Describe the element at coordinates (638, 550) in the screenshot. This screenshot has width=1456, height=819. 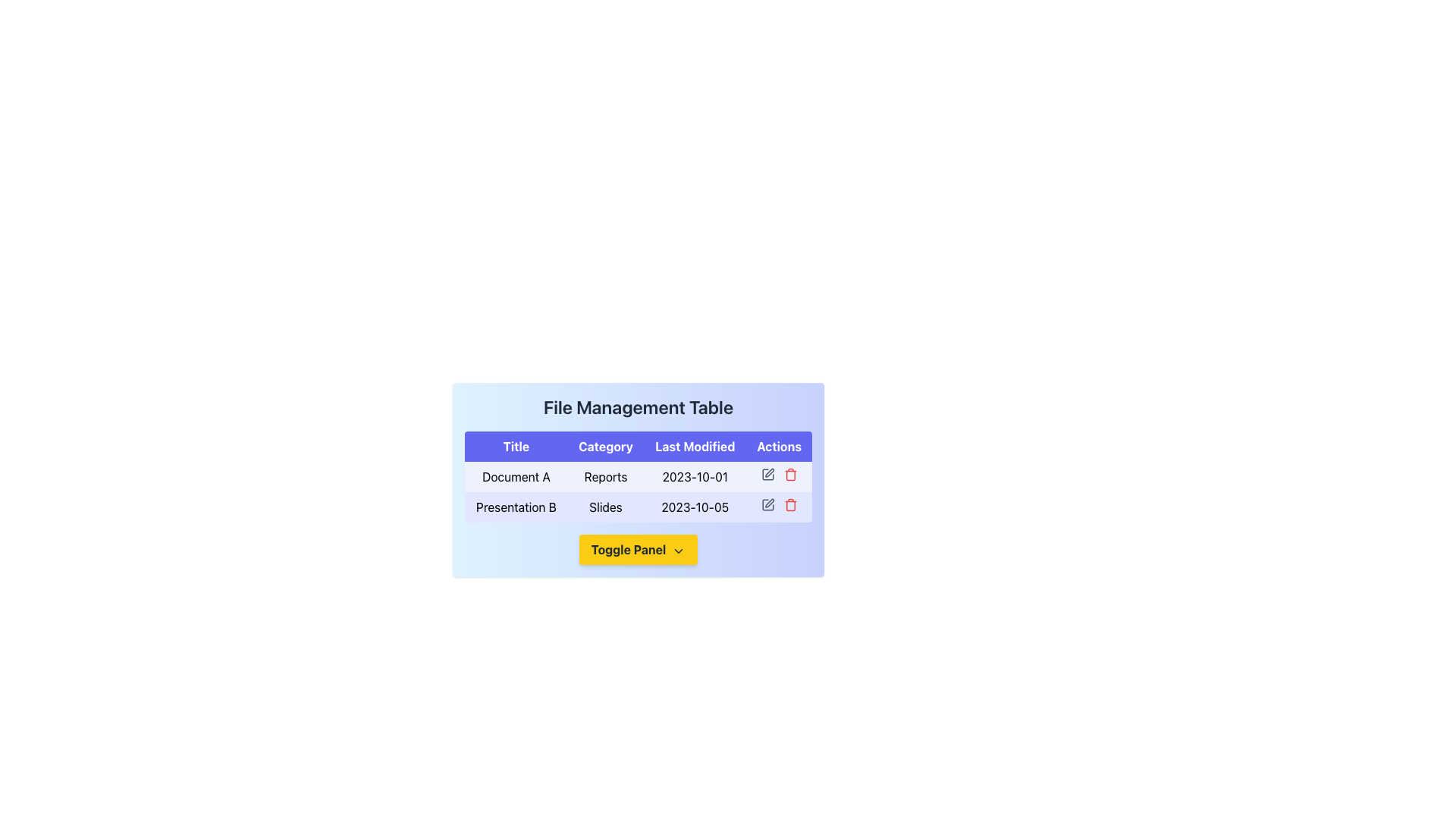
I see `the button located at the bottom of the 'File Management Table' panel to trigger hover effects` at that location.